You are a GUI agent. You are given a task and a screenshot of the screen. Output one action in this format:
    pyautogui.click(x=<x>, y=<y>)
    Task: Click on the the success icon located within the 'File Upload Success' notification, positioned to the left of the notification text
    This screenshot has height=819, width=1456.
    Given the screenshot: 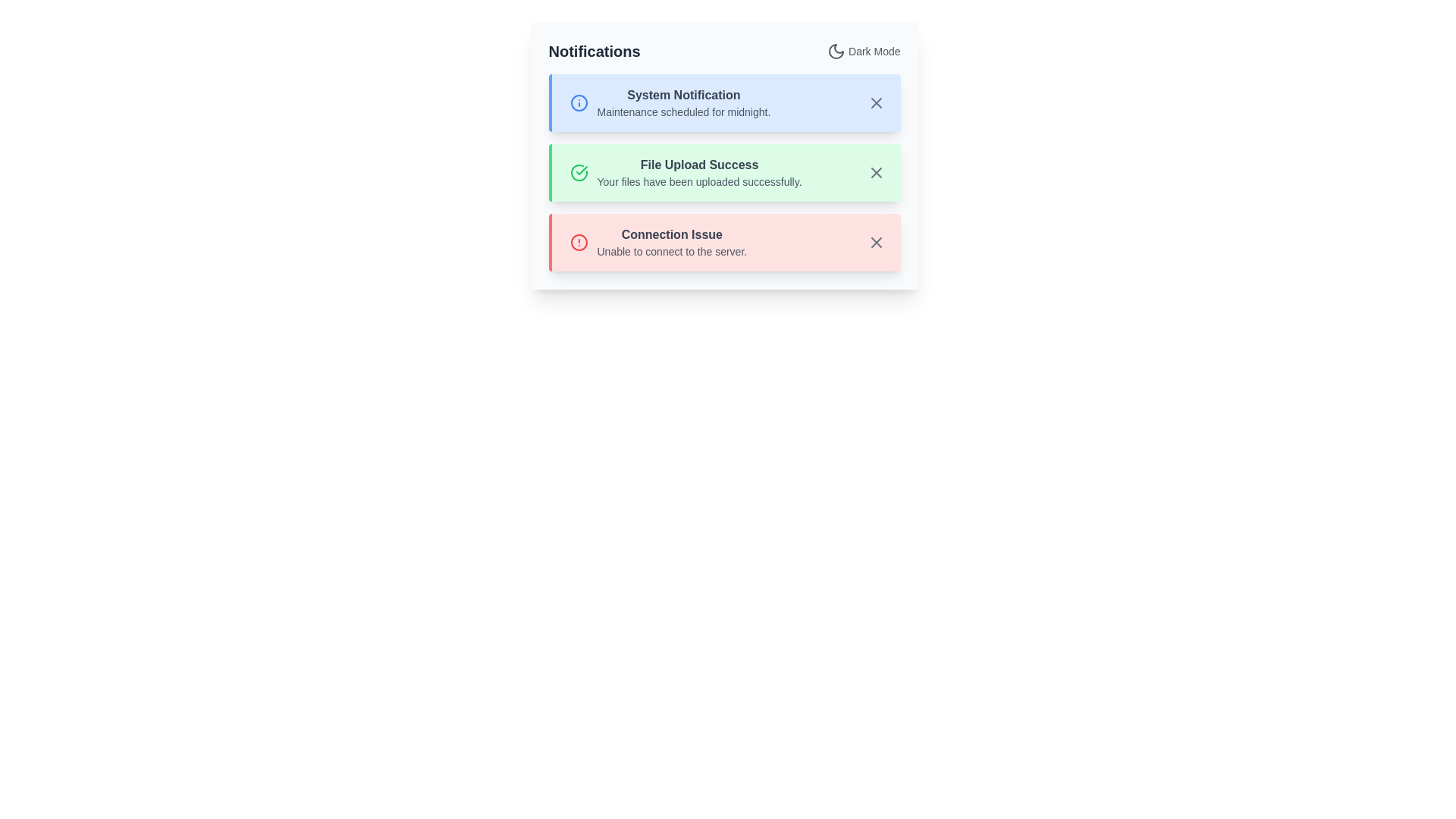 What is the action you would take?
    pyautogui.click(x=578, y=171)
    